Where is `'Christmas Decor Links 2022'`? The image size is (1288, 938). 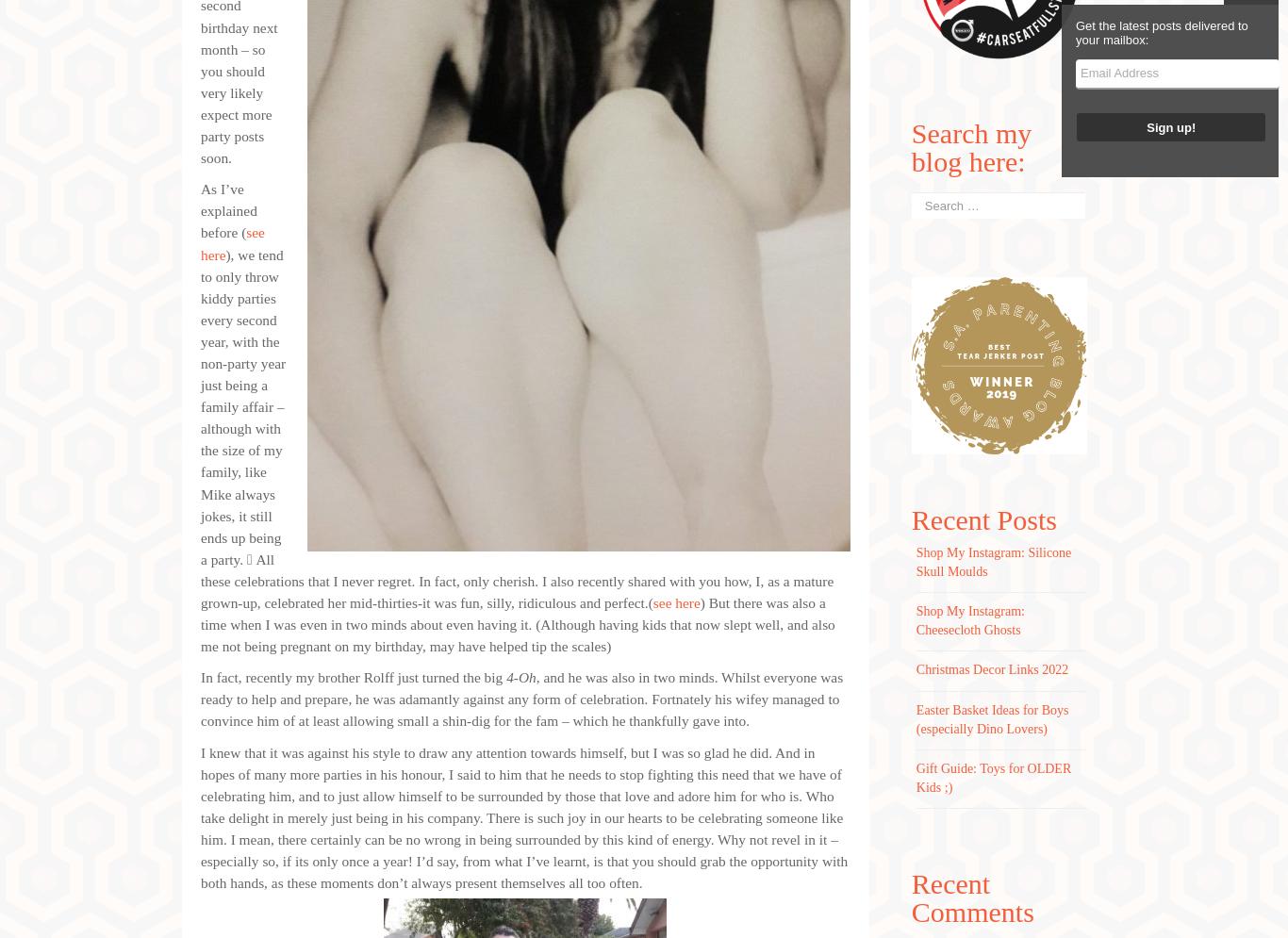
'Christmas Decor Links 2022' is located at coordinates (915, 669).